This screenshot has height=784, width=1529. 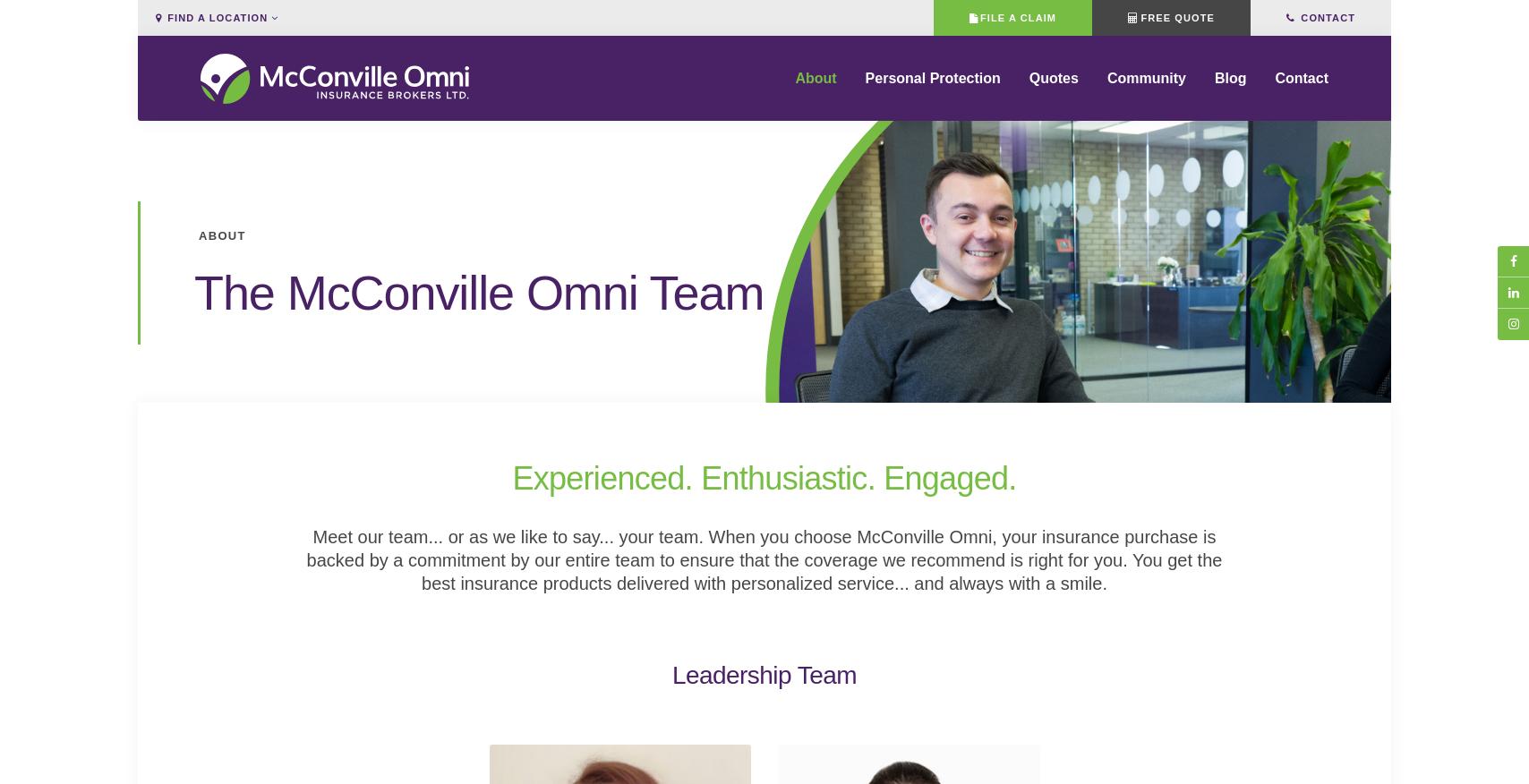 I want to click on 'Personal Protection', so click(x=932, y=89).